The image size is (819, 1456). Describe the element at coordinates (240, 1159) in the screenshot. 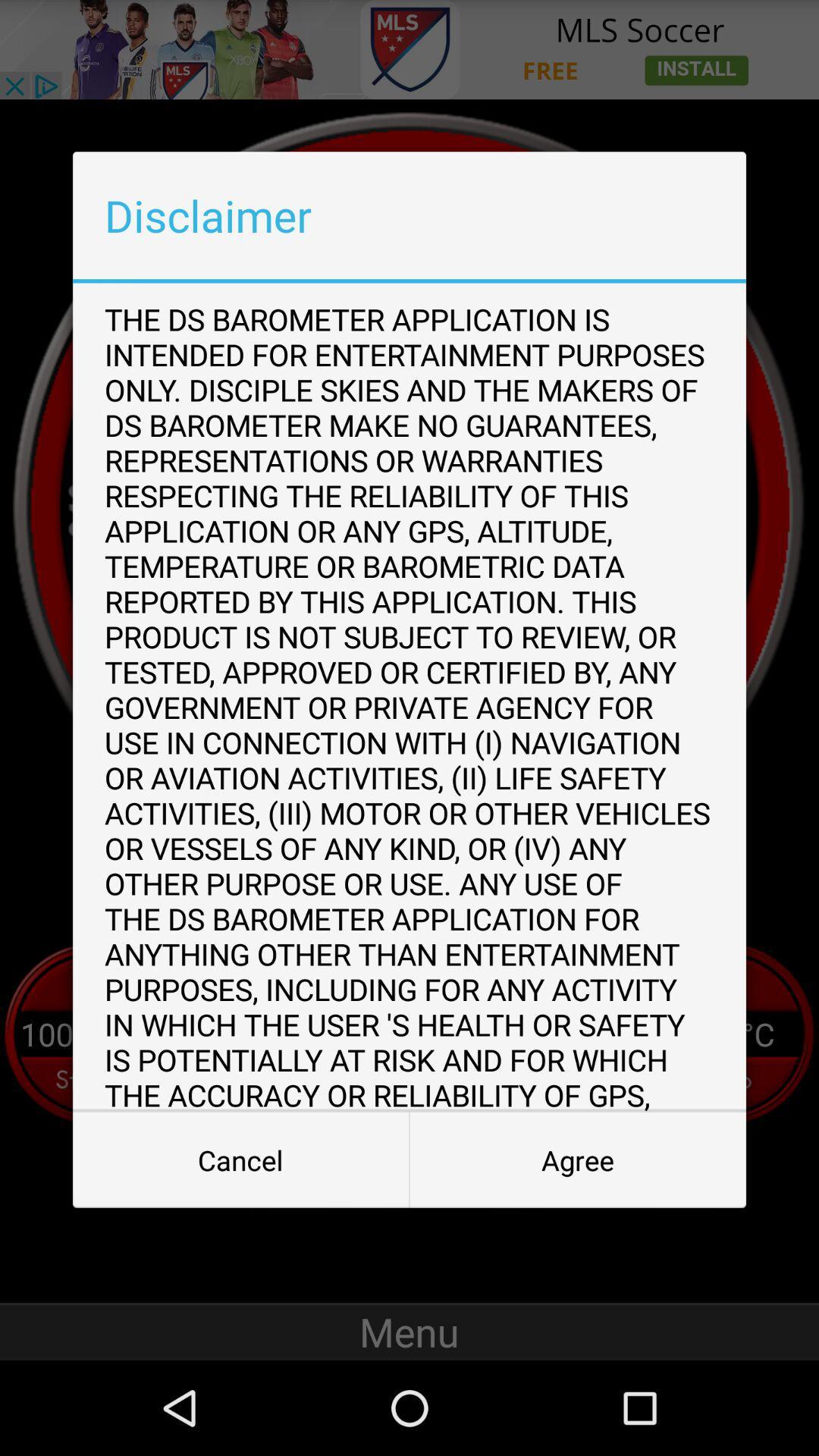

I see `the button at the bottom left corner` at that location.